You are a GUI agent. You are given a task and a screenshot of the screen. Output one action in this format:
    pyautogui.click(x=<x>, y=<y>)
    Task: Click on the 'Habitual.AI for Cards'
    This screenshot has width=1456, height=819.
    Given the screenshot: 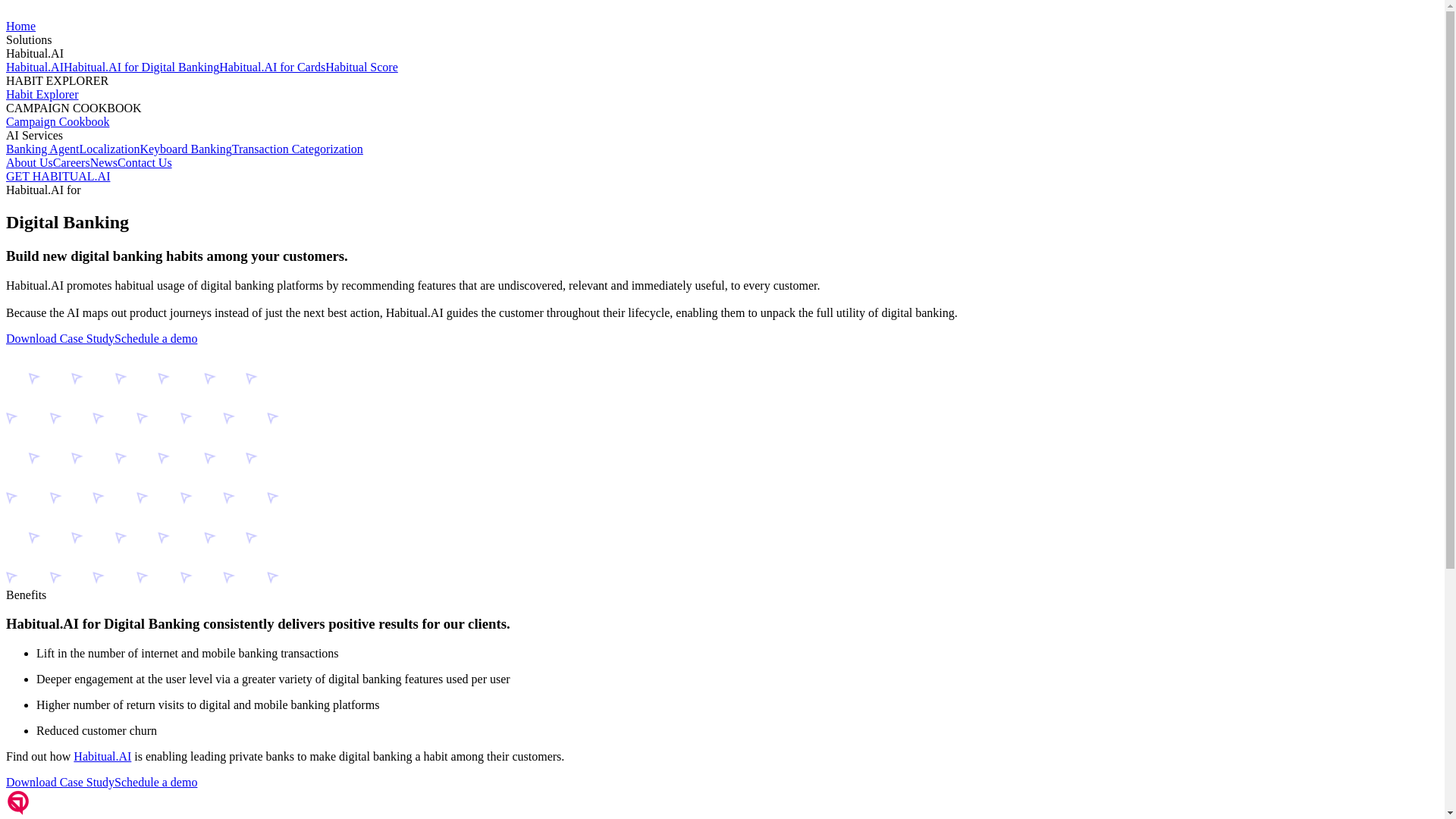 What is the action you would take?
    pyautogui.click(x=218, y=66)
    